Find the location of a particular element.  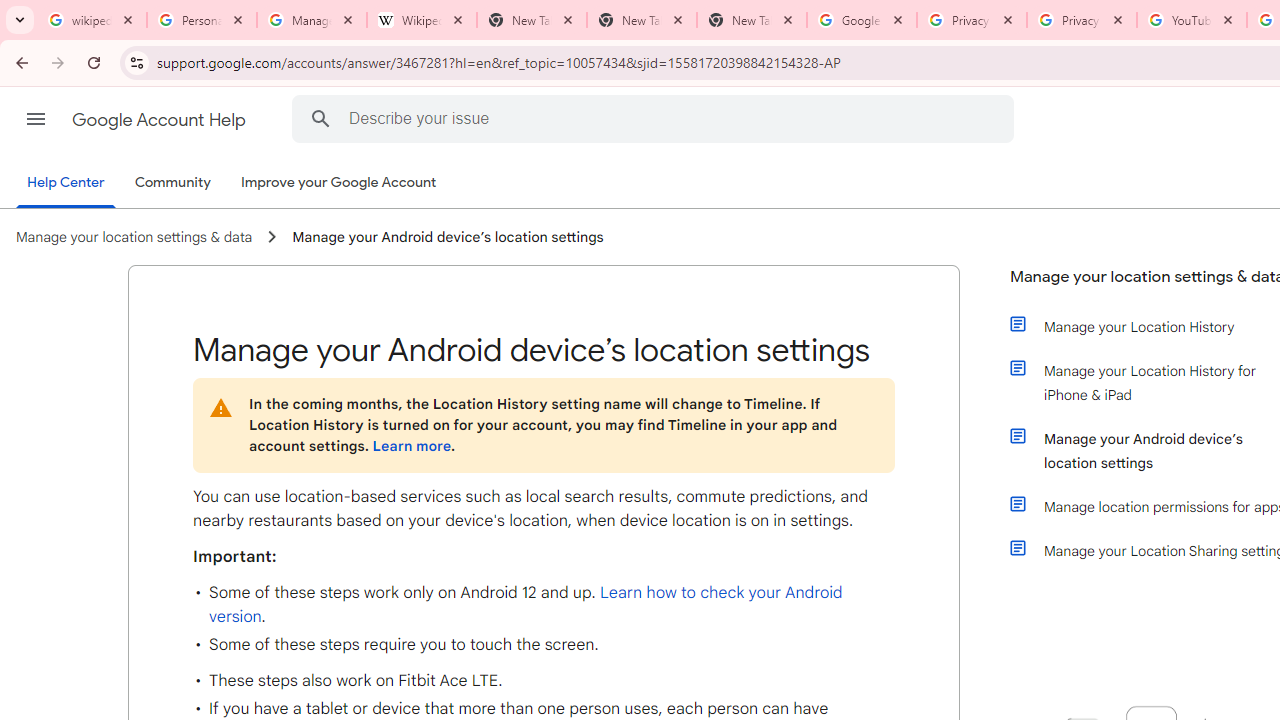

'Google Drive: Sign-in' is located at coordinates (861, 20).